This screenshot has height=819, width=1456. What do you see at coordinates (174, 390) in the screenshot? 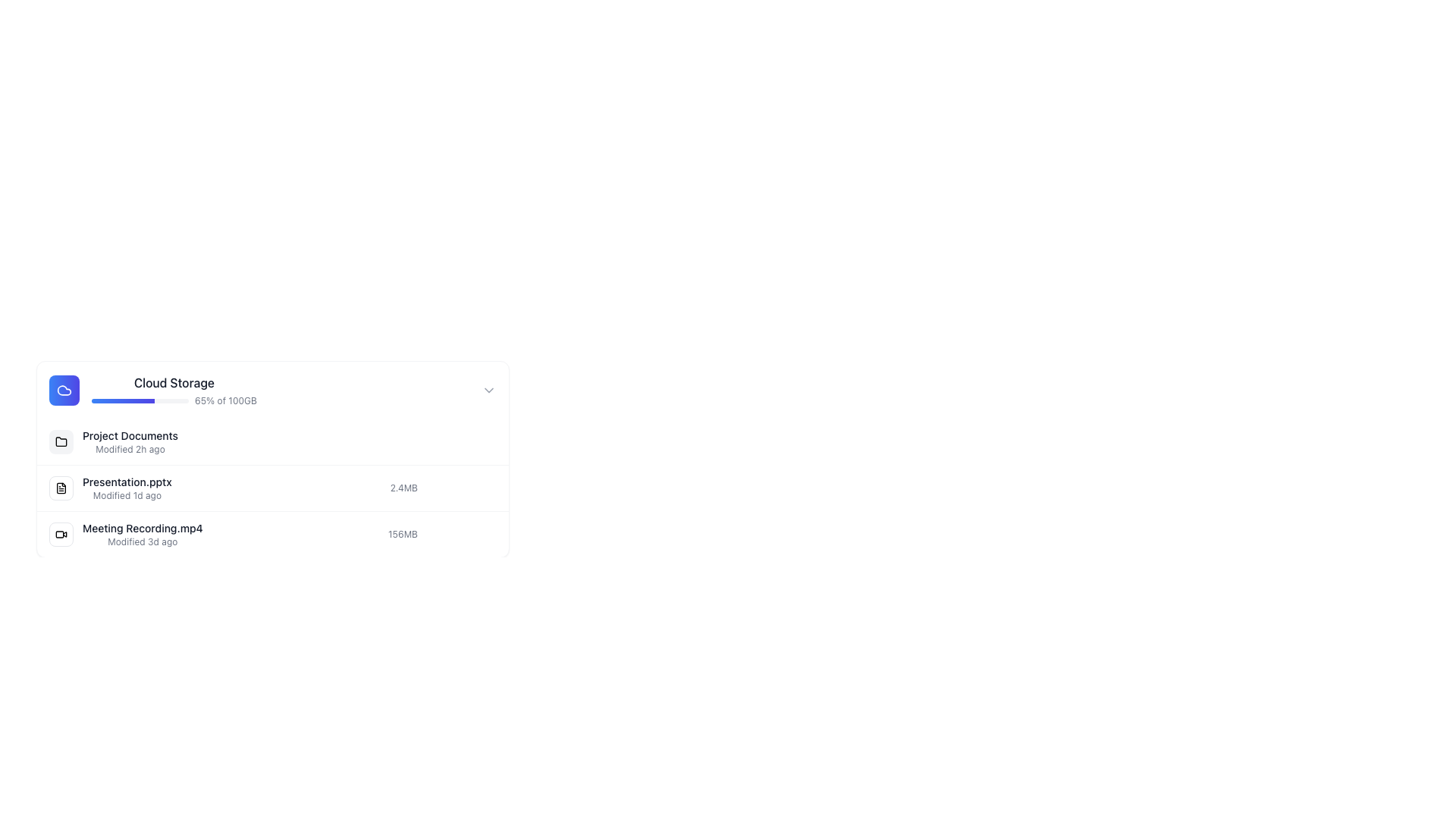
I see `the Progress Bar with Label and Description that indicates cloud storage usage, located in the first row of the list-like structure, adjacent to the cloud icon` at bounding box center [174, 390].